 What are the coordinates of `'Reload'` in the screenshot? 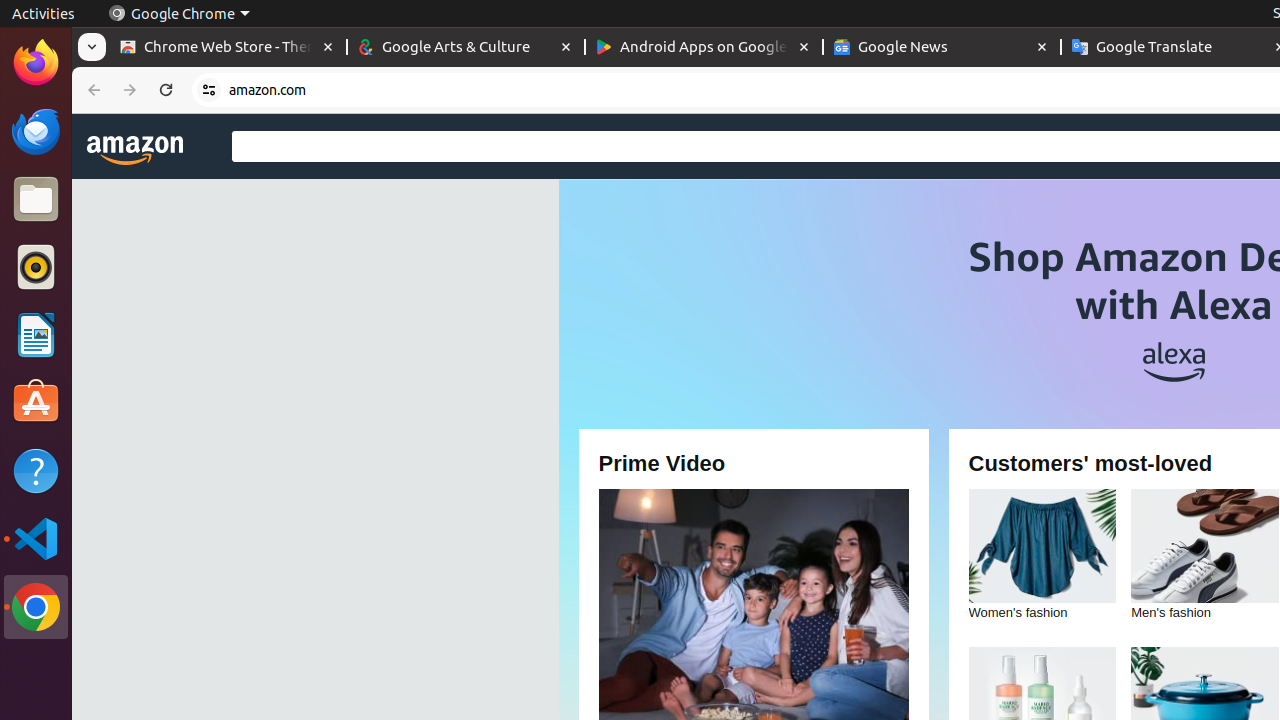 It's located at (166, 90).